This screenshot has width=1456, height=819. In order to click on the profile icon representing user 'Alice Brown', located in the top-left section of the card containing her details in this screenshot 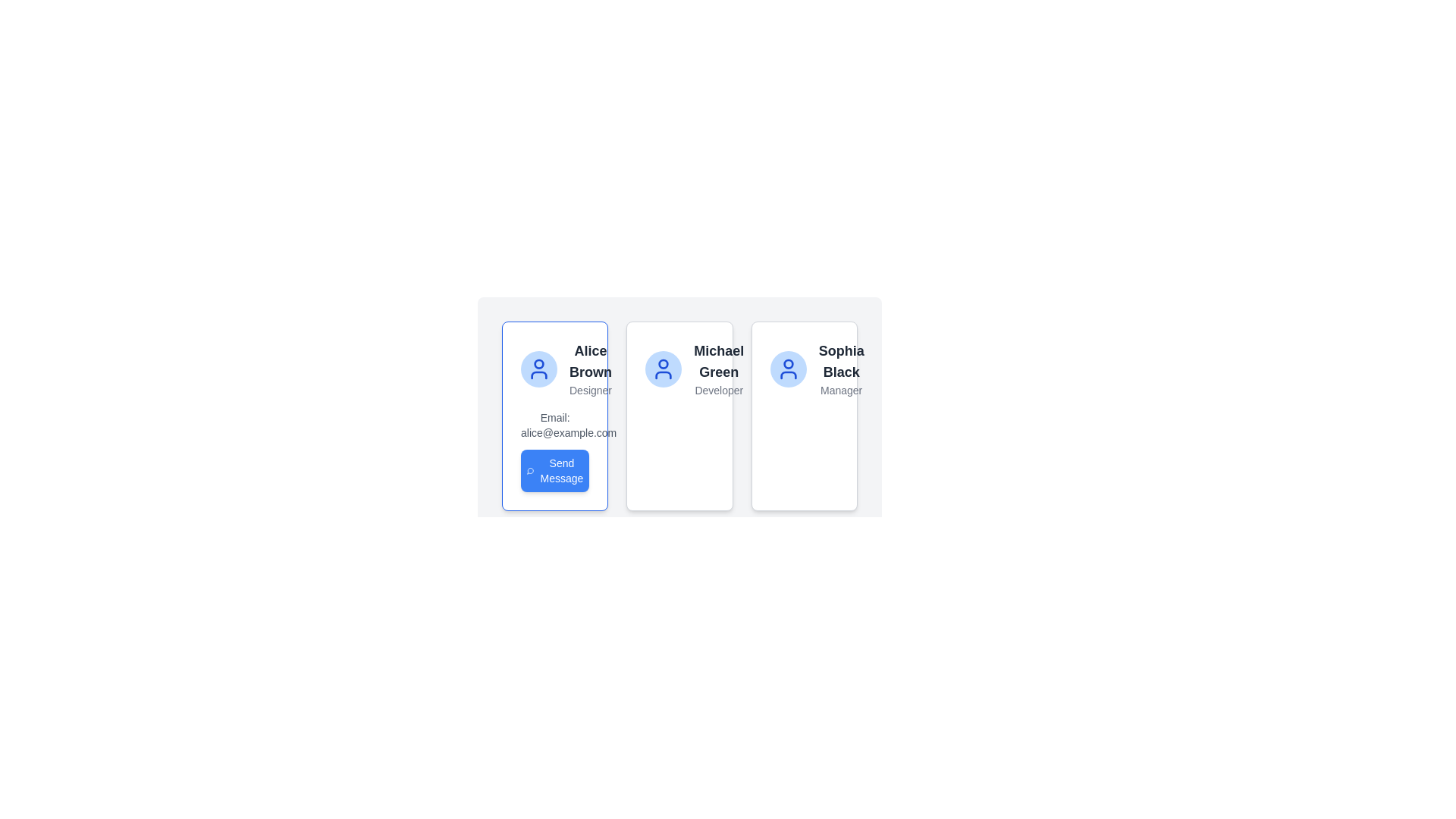, I will do `click(554, 369)`.